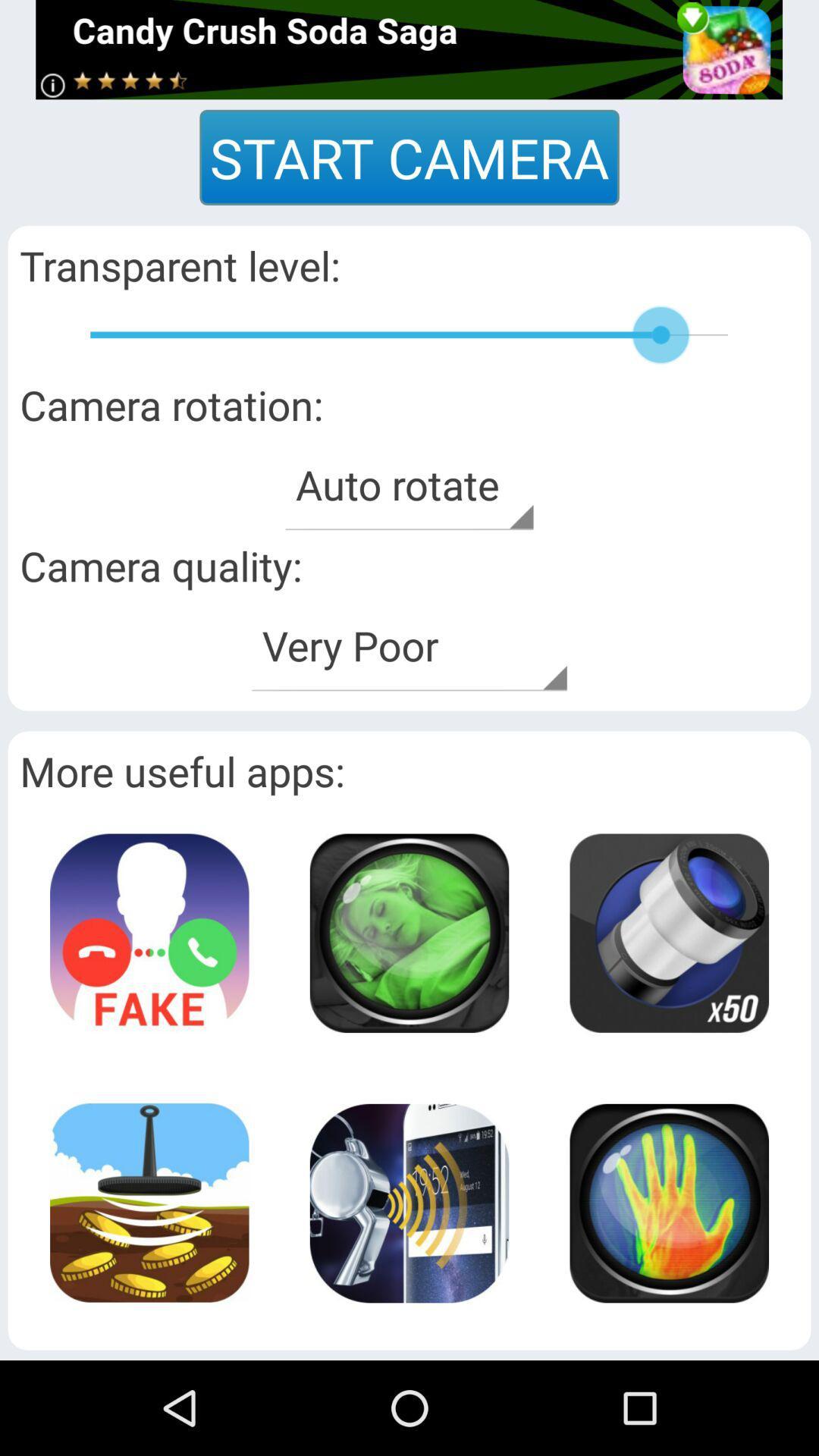 The width and height of the screenshot is (819, 1456). I want to click on useful app, so click(408, 932).